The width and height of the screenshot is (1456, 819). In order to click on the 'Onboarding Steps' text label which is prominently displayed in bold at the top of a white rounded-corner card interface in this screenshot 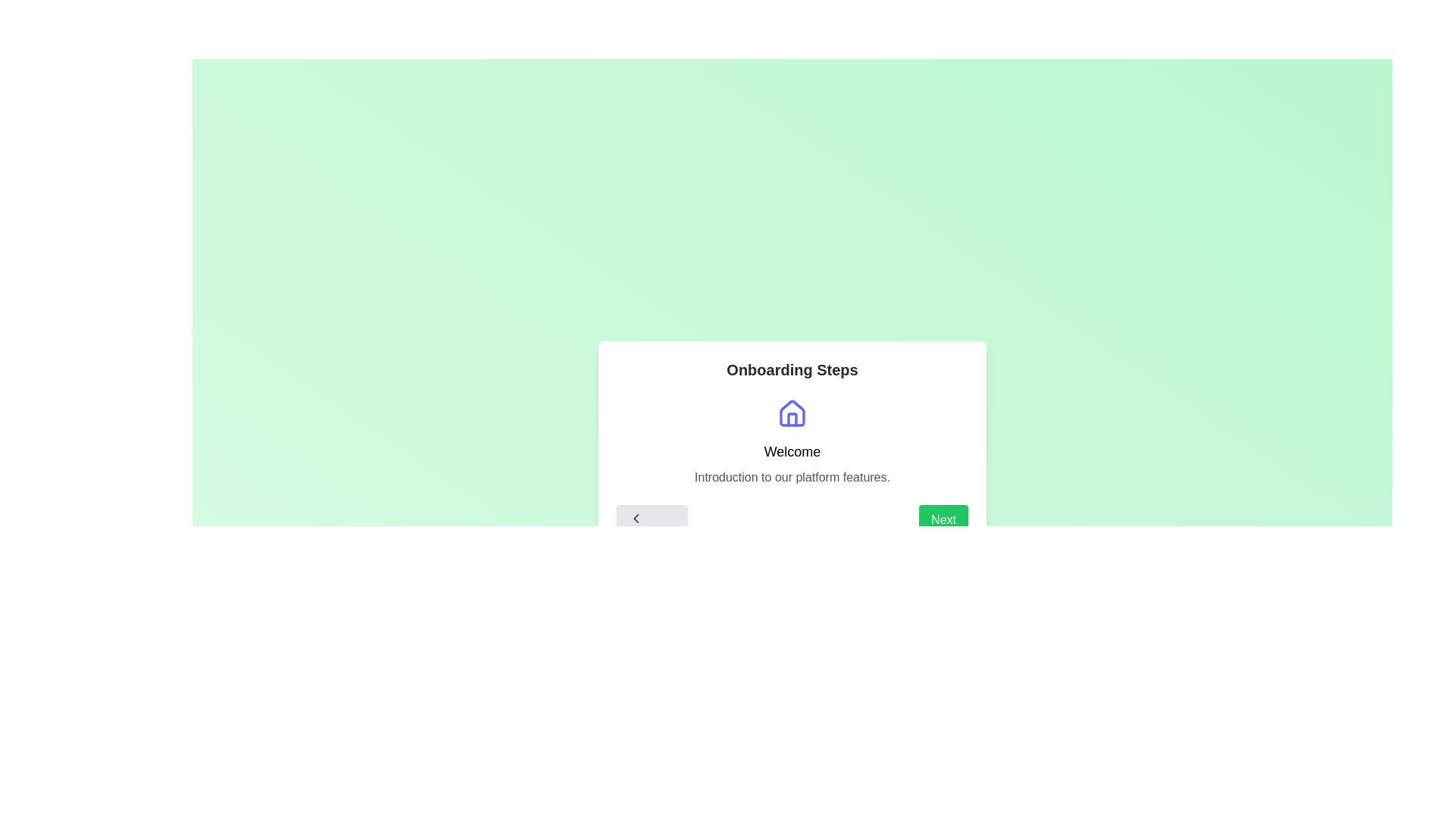, I will do `click(792, 370)`.